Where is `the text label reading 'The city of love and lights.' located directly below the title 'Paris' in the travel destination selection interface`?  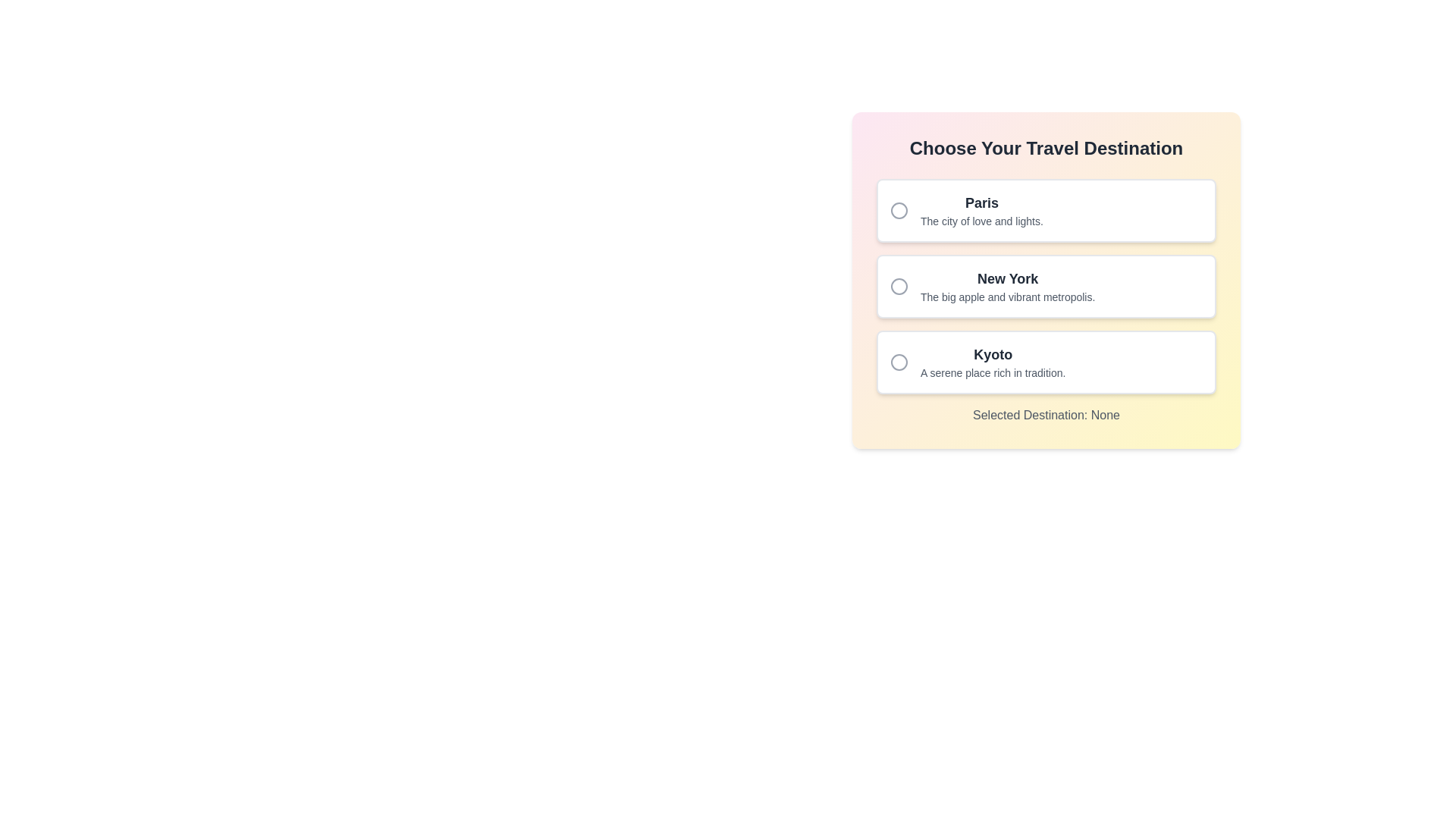
the text label reading 'The city of love and lights.' located directly below the title 'Paris' in the travel destination selection interface is located at coordinates (981, 221).